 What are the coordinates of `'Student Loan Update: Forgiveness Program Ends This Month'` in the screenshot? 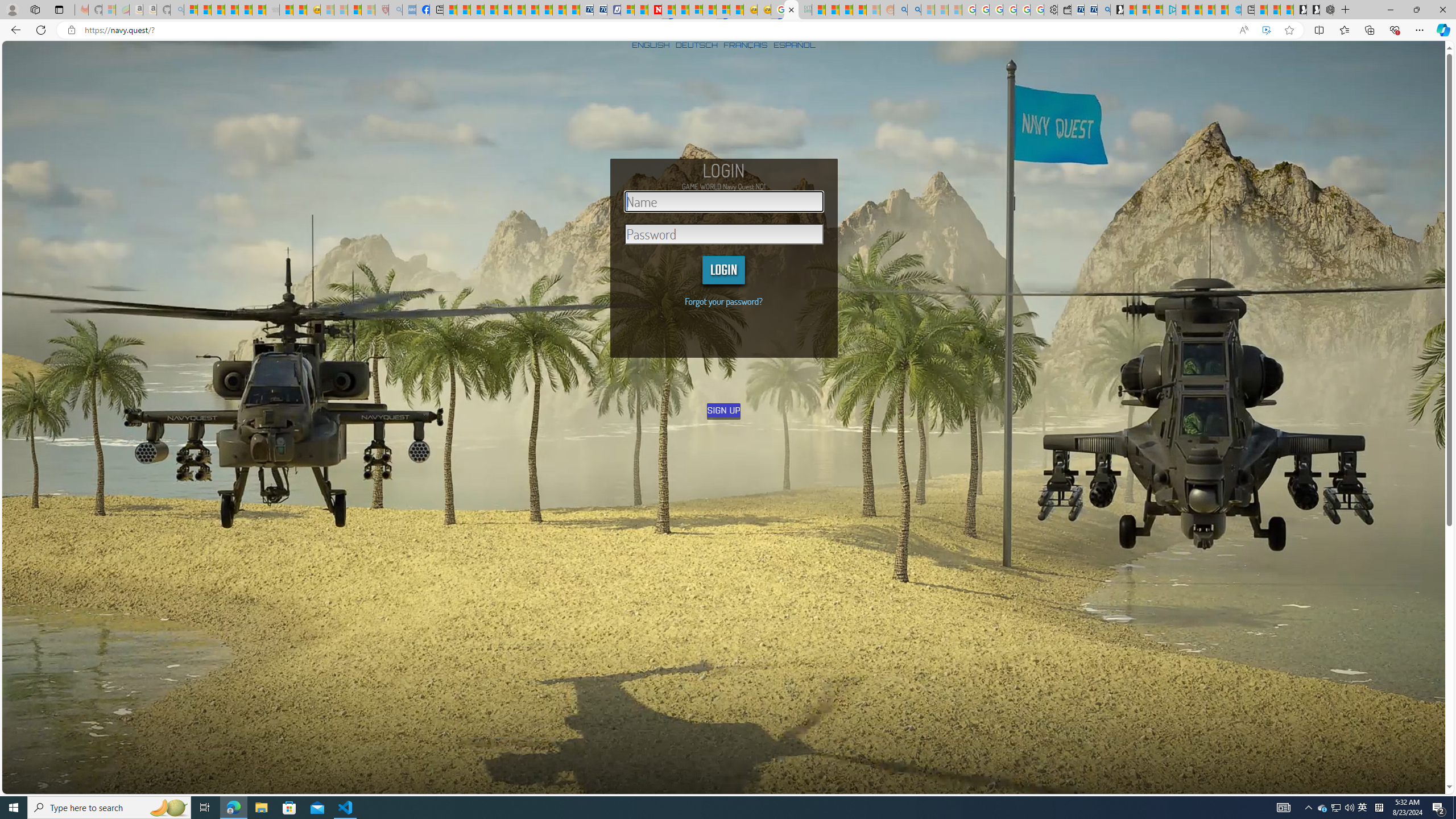 It's located at (858, 9).